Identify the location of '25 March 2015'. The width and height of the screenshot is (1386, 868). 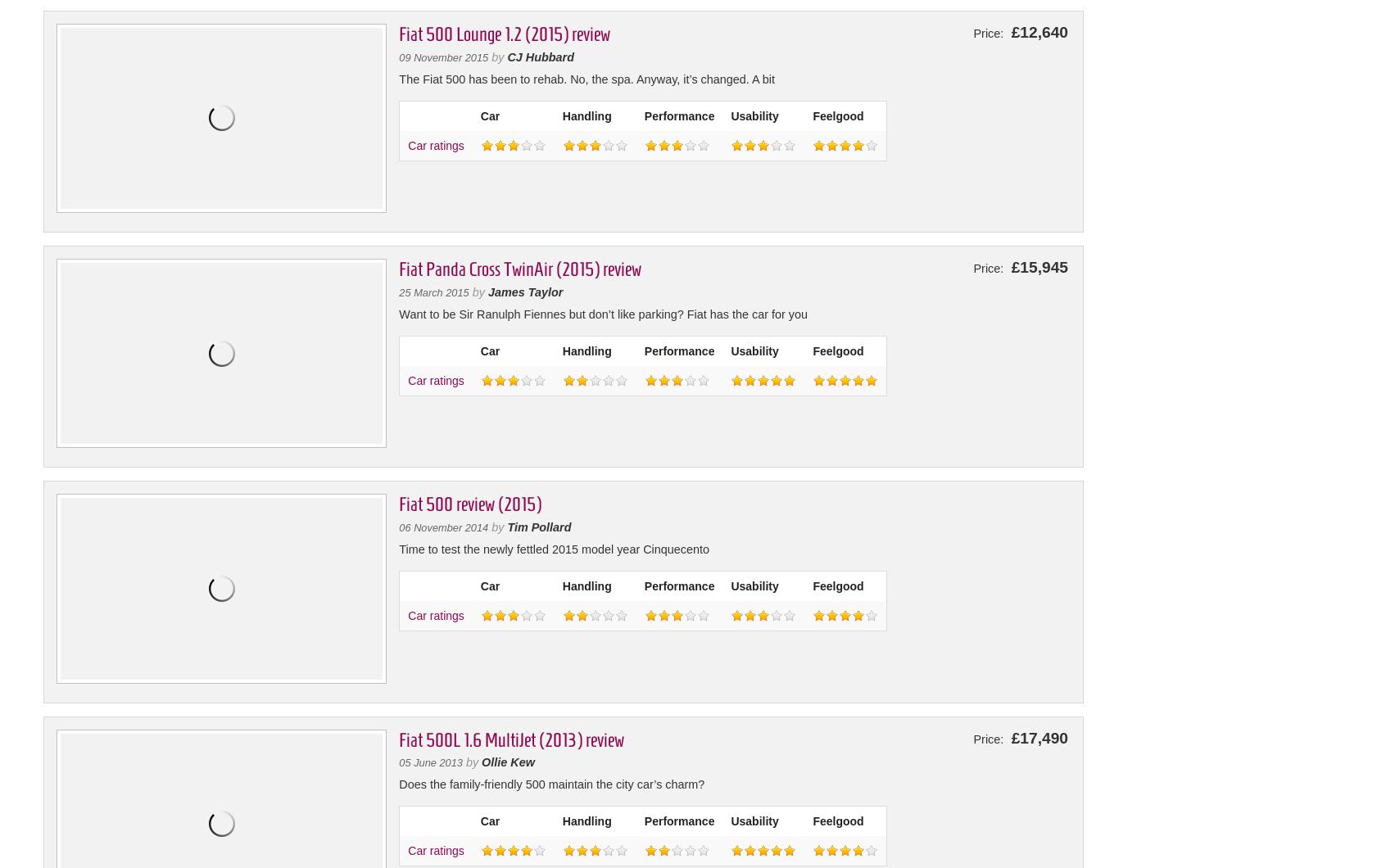
(397, 292).